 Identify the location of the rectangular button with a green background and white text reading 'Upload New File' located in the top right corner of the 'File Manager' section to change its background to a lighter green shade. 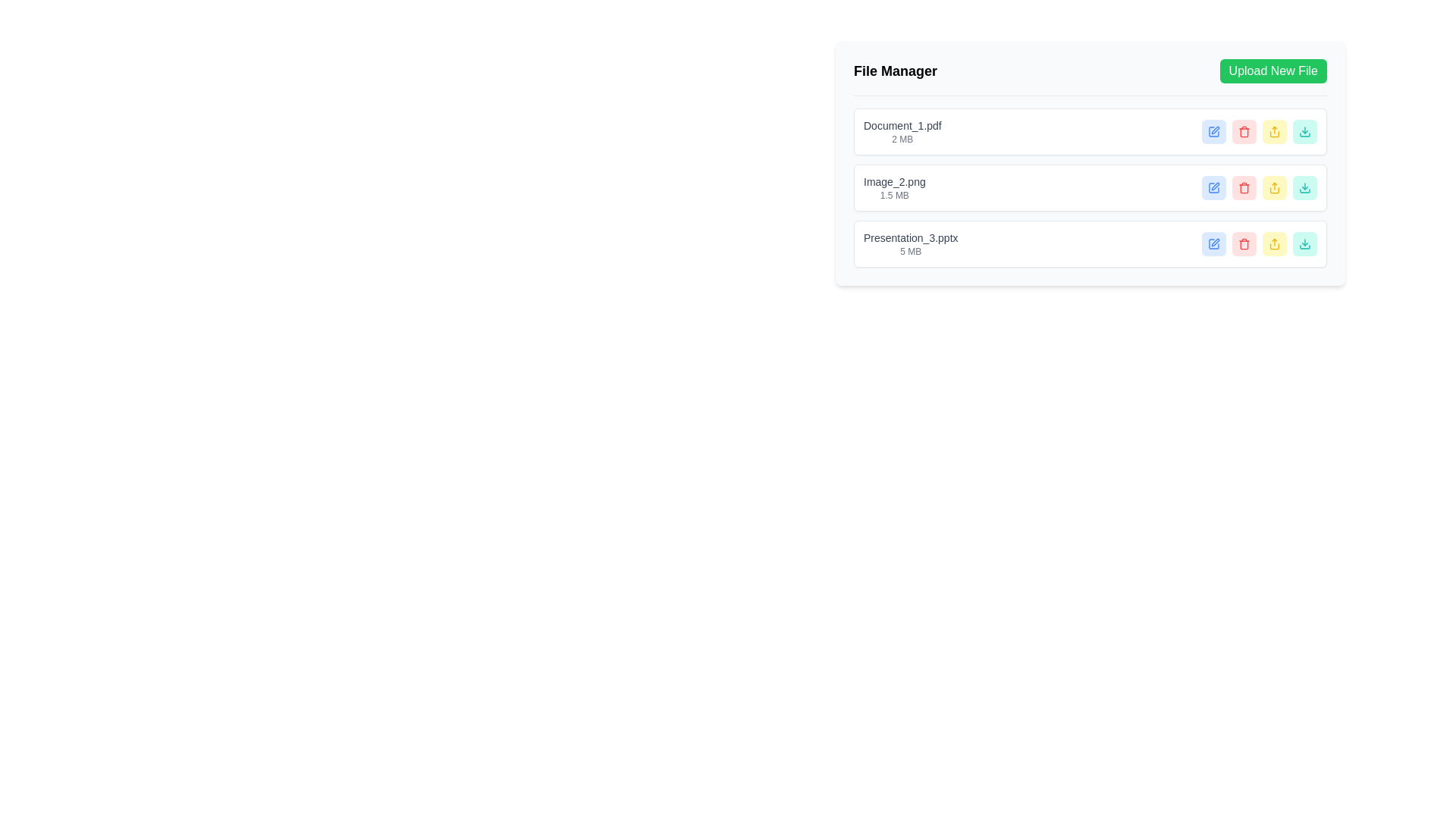
(1273, 71).